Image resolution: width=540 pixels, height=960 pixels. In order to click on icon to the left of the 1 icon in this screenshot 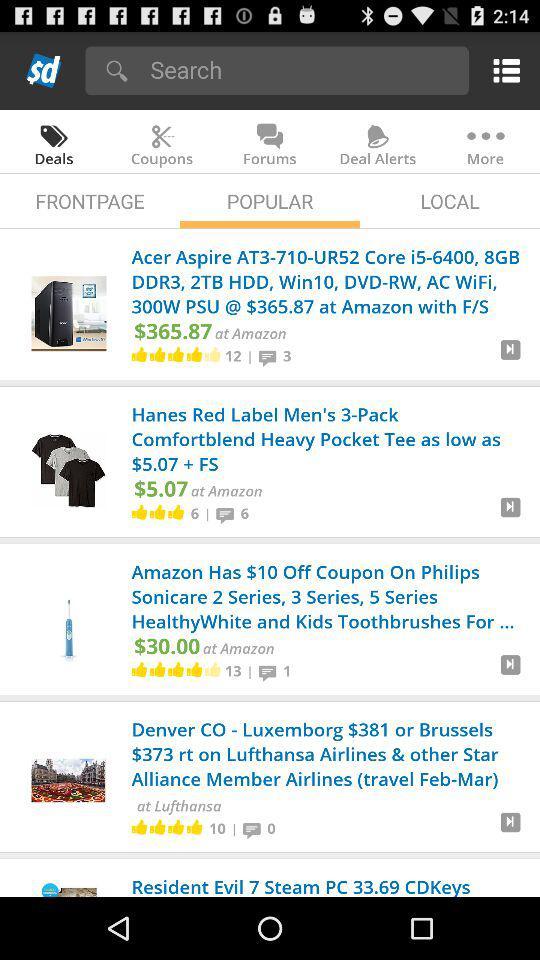, I will do `click(270, 671)`.